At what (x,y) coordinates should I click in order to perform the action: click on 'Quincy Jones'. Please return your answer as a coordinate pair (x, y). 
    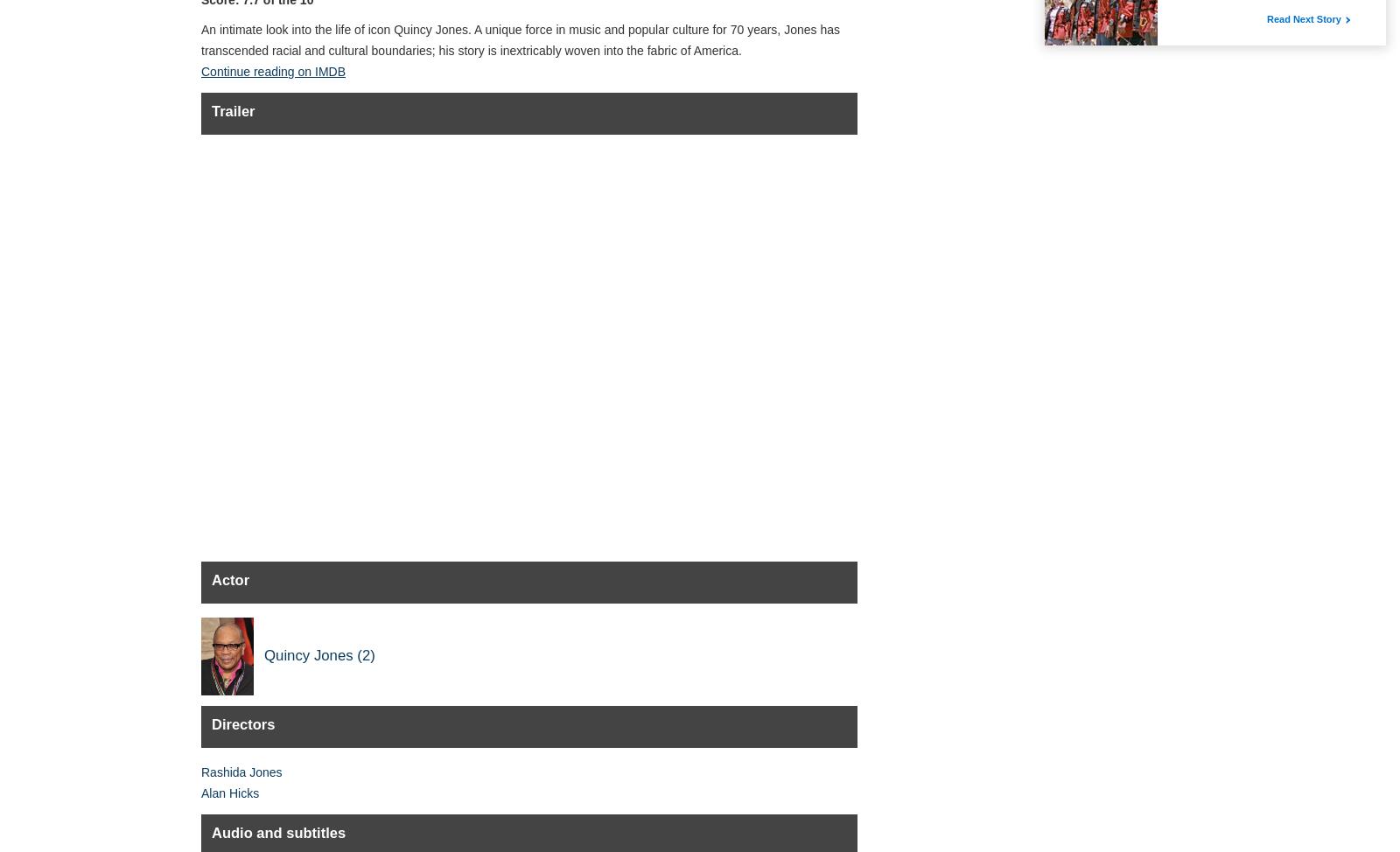
    Looking at the image, I should click on (308, 654).